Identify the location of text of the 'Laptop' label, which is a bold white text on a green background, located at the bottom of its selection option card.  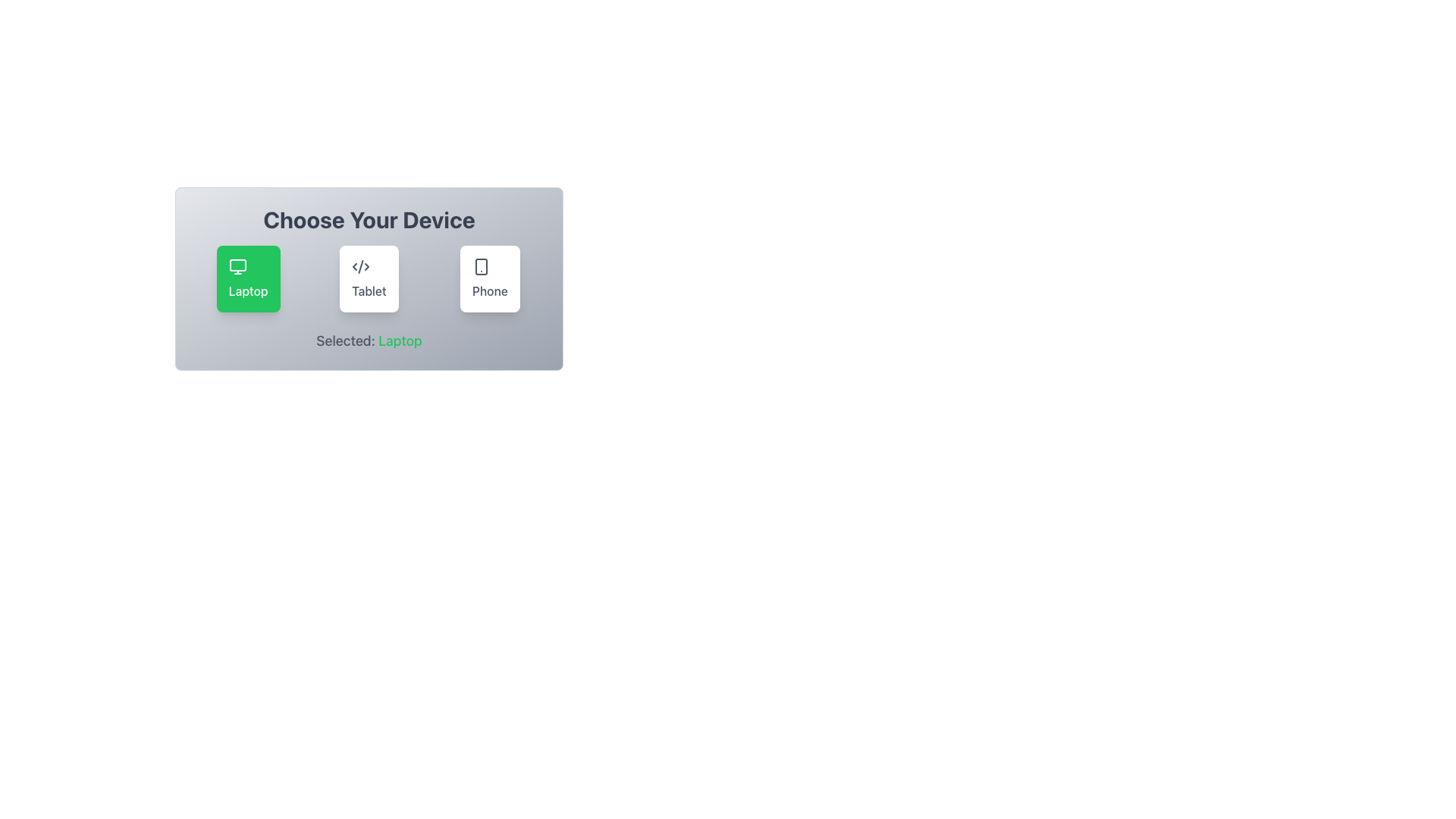
(248, 291).